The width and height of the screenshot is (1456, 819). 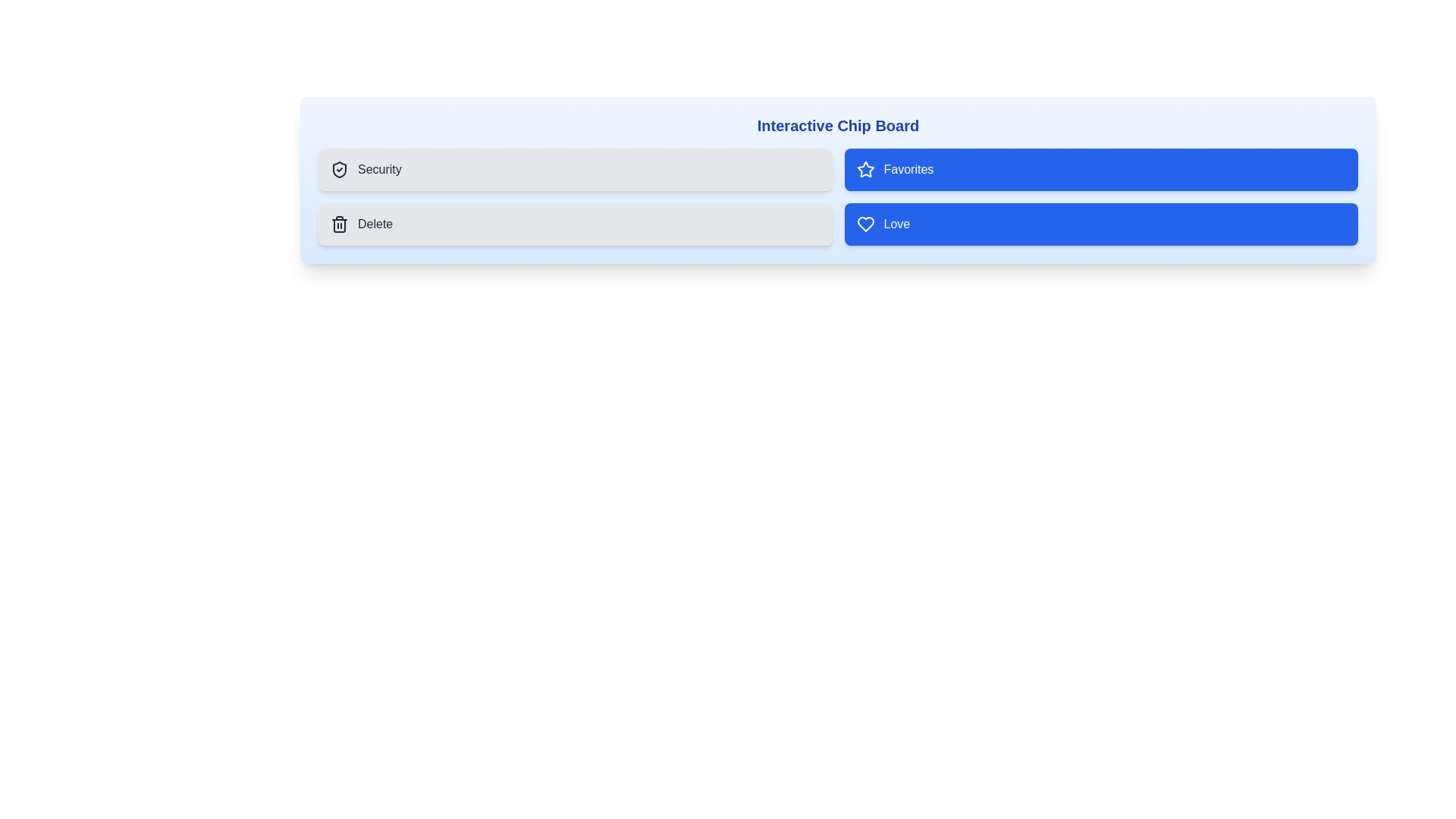 What do you see at coordinates (338, 169) in the screenshot?
I see `the chip to highlight its associated icon` at bounding box center [338, 169].